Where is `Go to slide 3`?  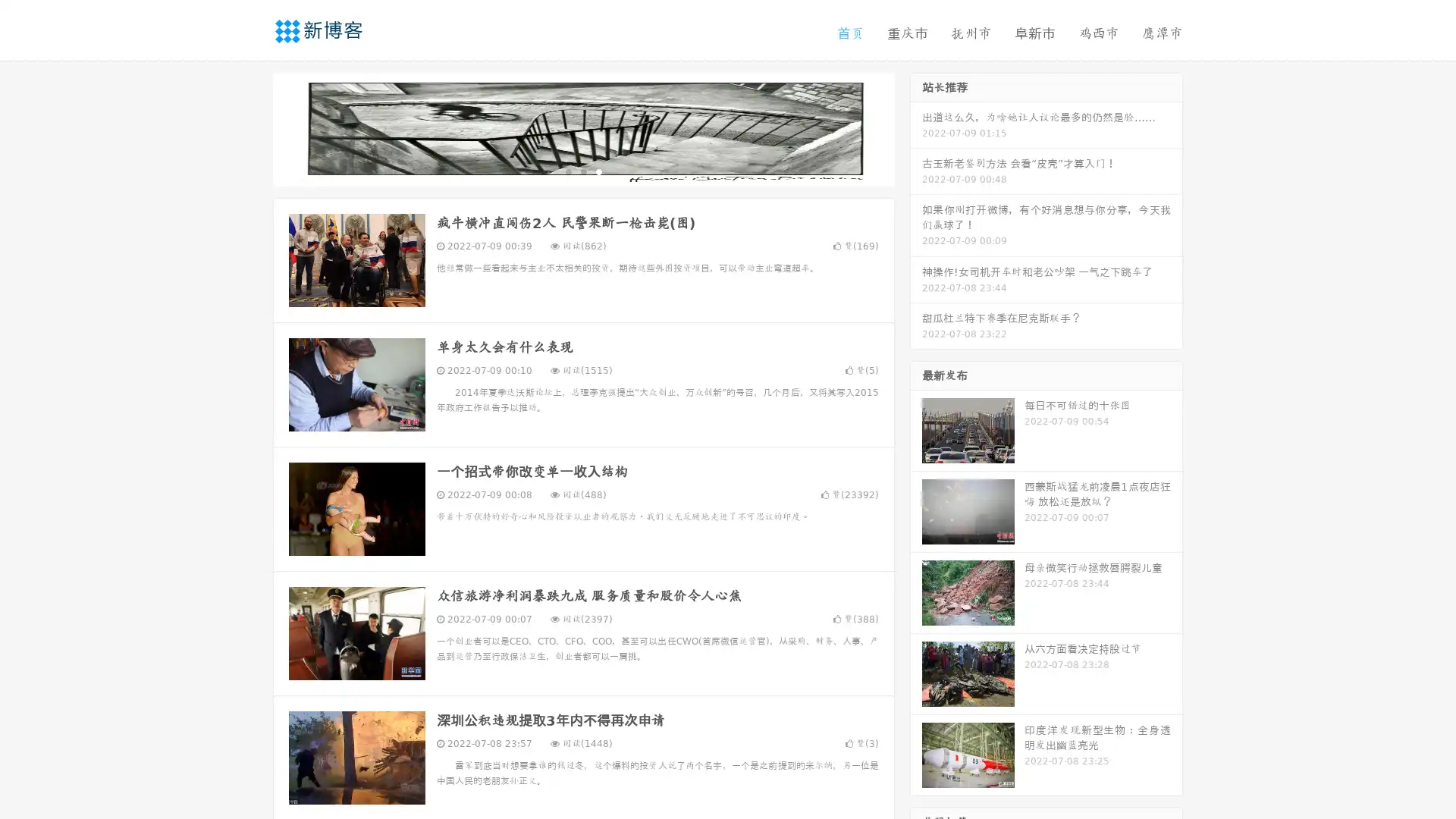
Go to slide 3 is located at coordinates (598, 171).